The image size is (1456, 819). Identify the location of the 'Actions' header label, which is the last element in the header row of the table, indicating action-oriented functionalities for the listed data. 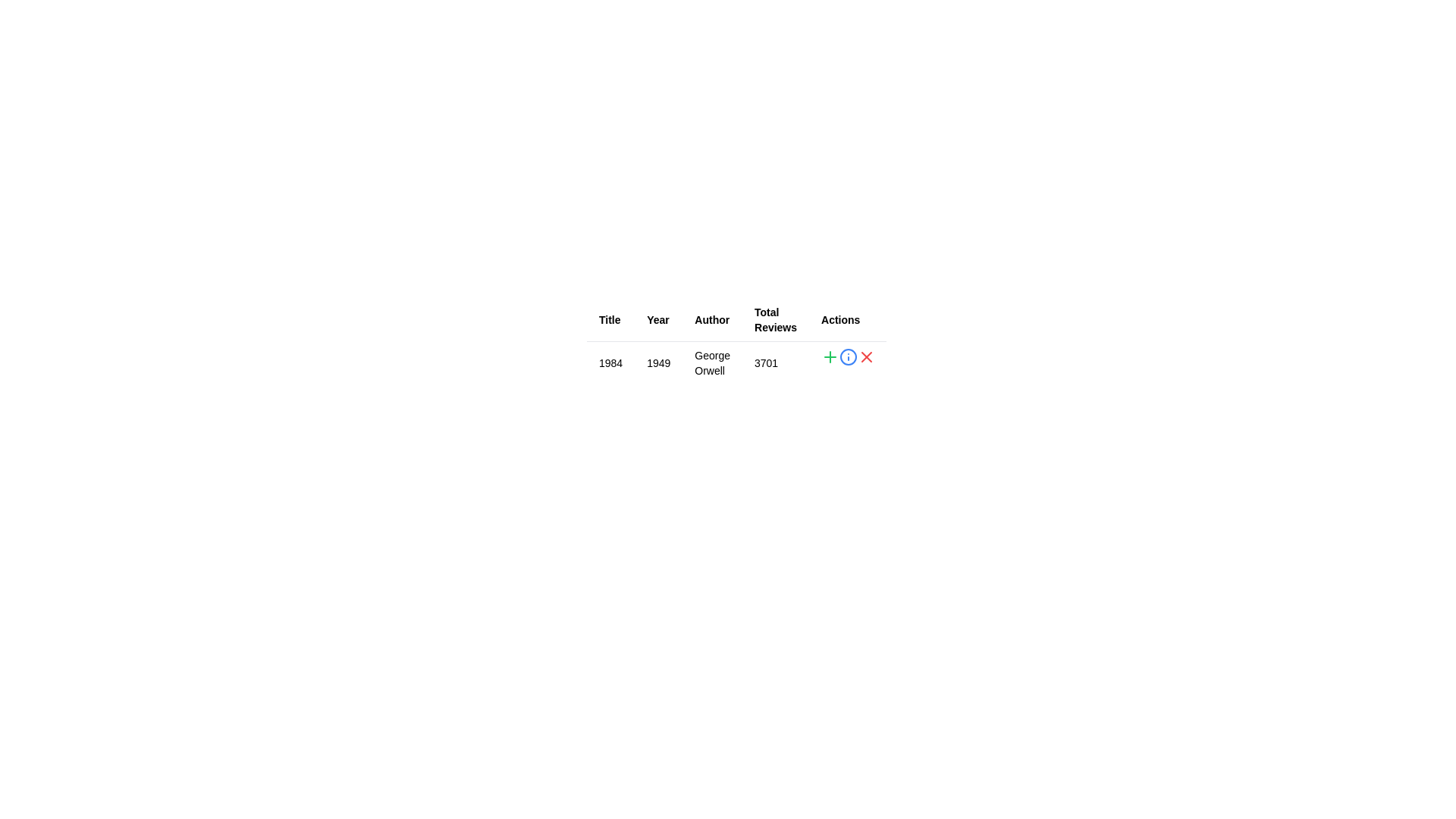
(847, 319).